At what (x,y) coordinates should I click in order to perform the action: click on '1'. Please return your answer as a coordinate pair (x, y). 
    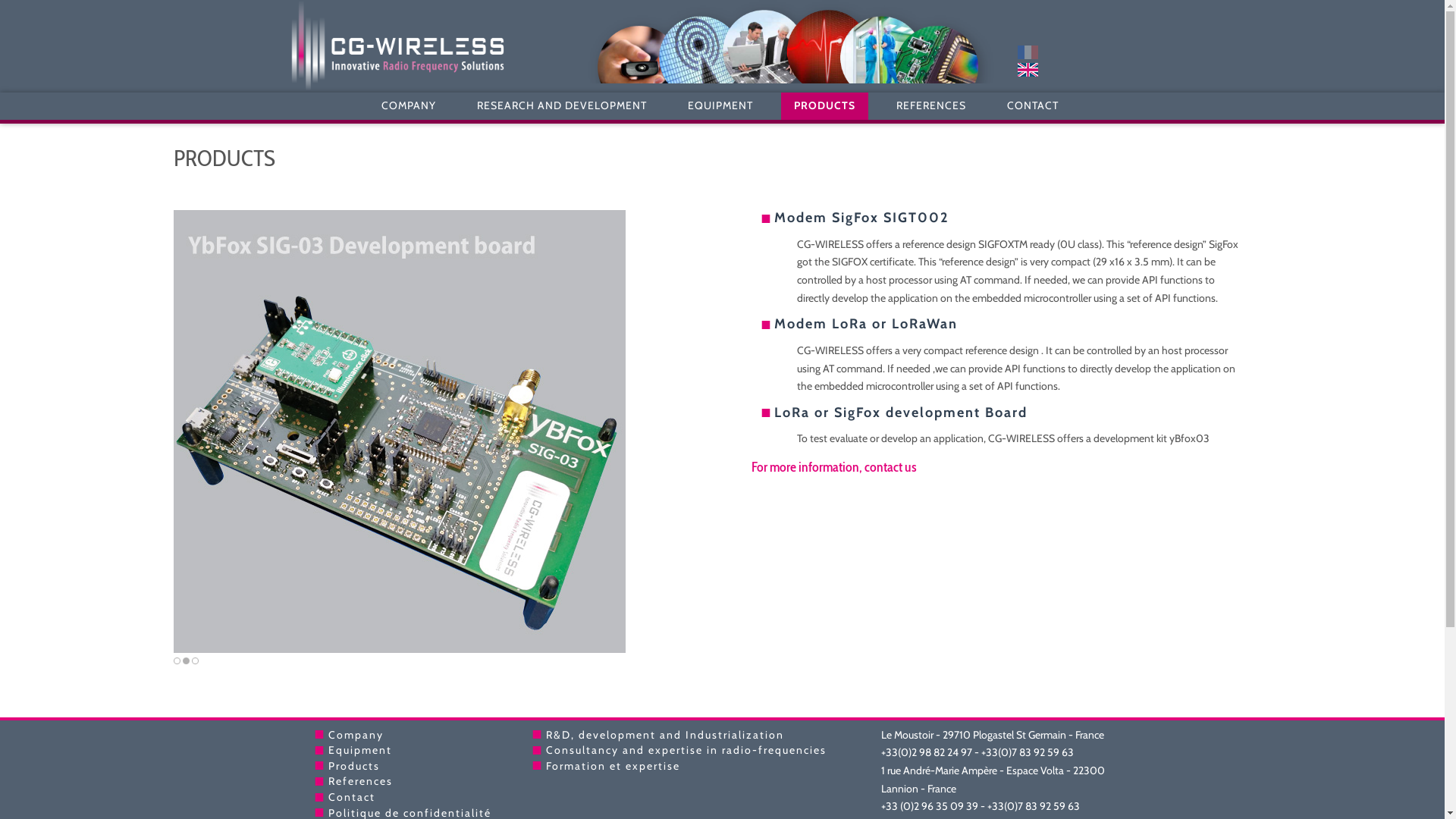
    Looking at the image, I should click on (177, 660).